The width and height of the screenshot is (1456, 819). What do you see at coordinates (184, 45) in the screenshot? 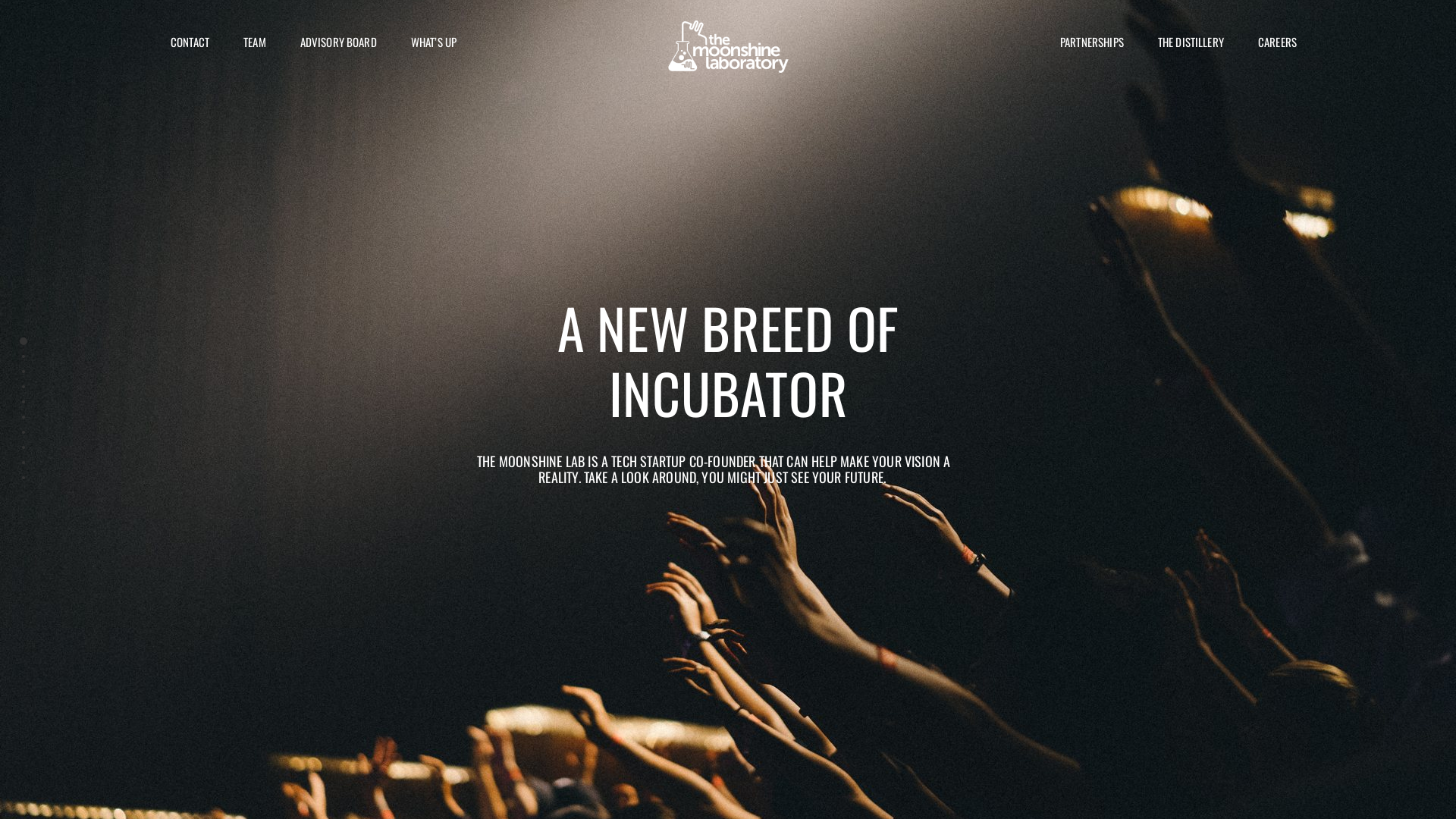
I see `'CONTACT'` at bounding box center [184, 45].